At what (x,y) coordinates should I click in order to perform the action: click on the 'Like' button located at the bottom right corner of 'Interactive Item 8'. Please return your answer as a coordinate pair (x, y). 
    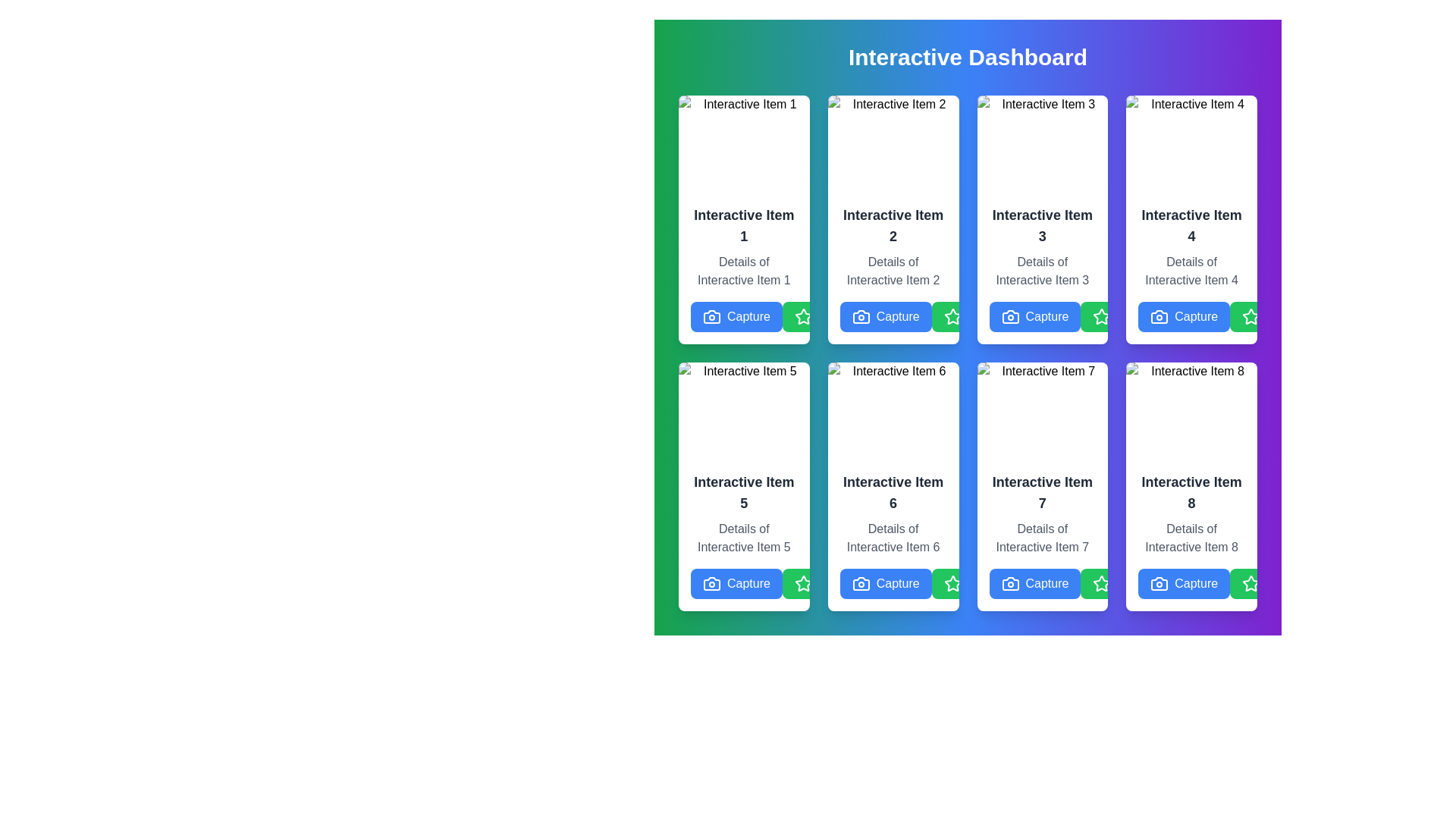
    Looking at the image, I should click on (1059, 583).